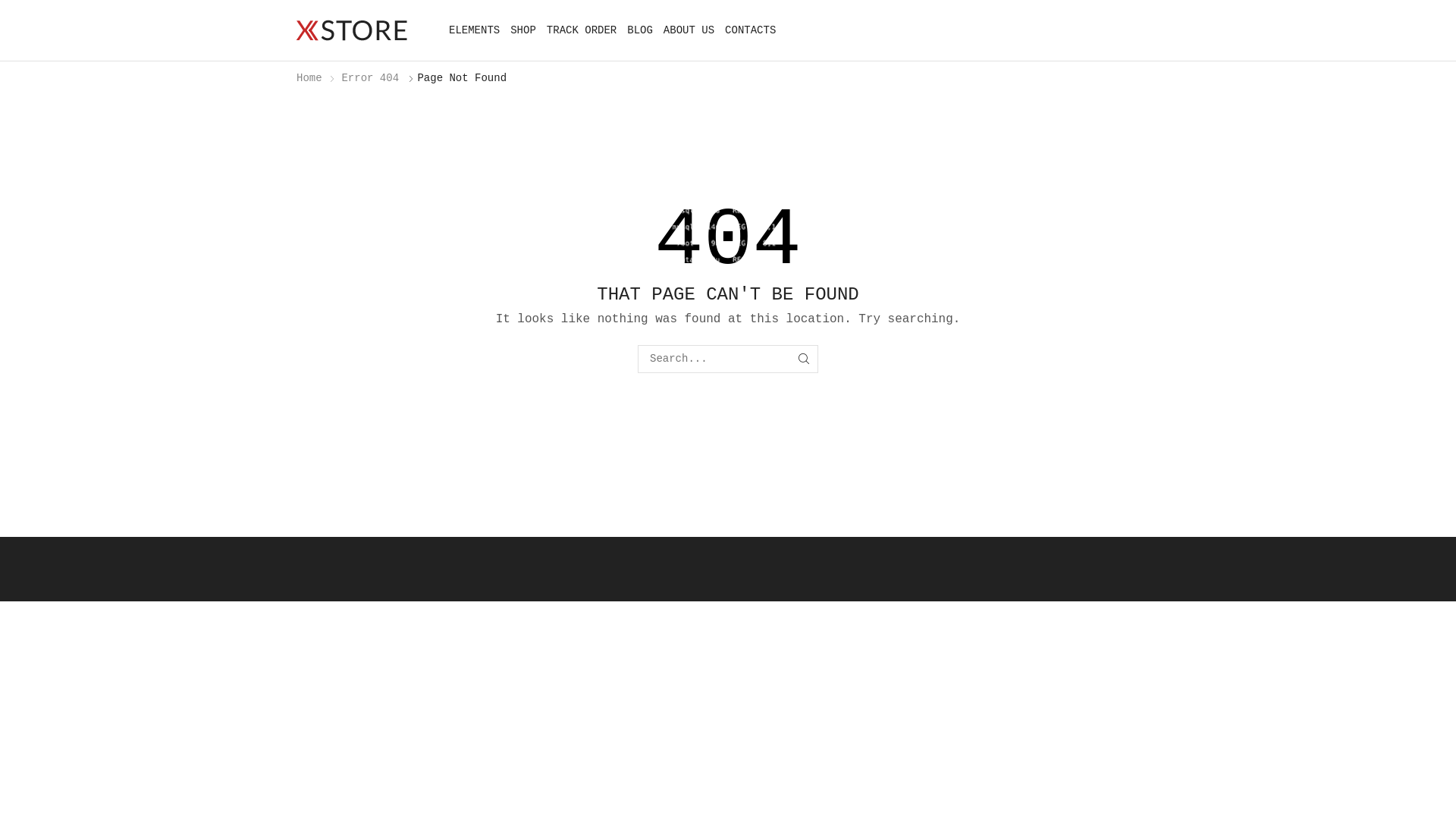  Describe the element at coordinates (803, 359) in the screenshot. I see `'SEARCH'` at that location.